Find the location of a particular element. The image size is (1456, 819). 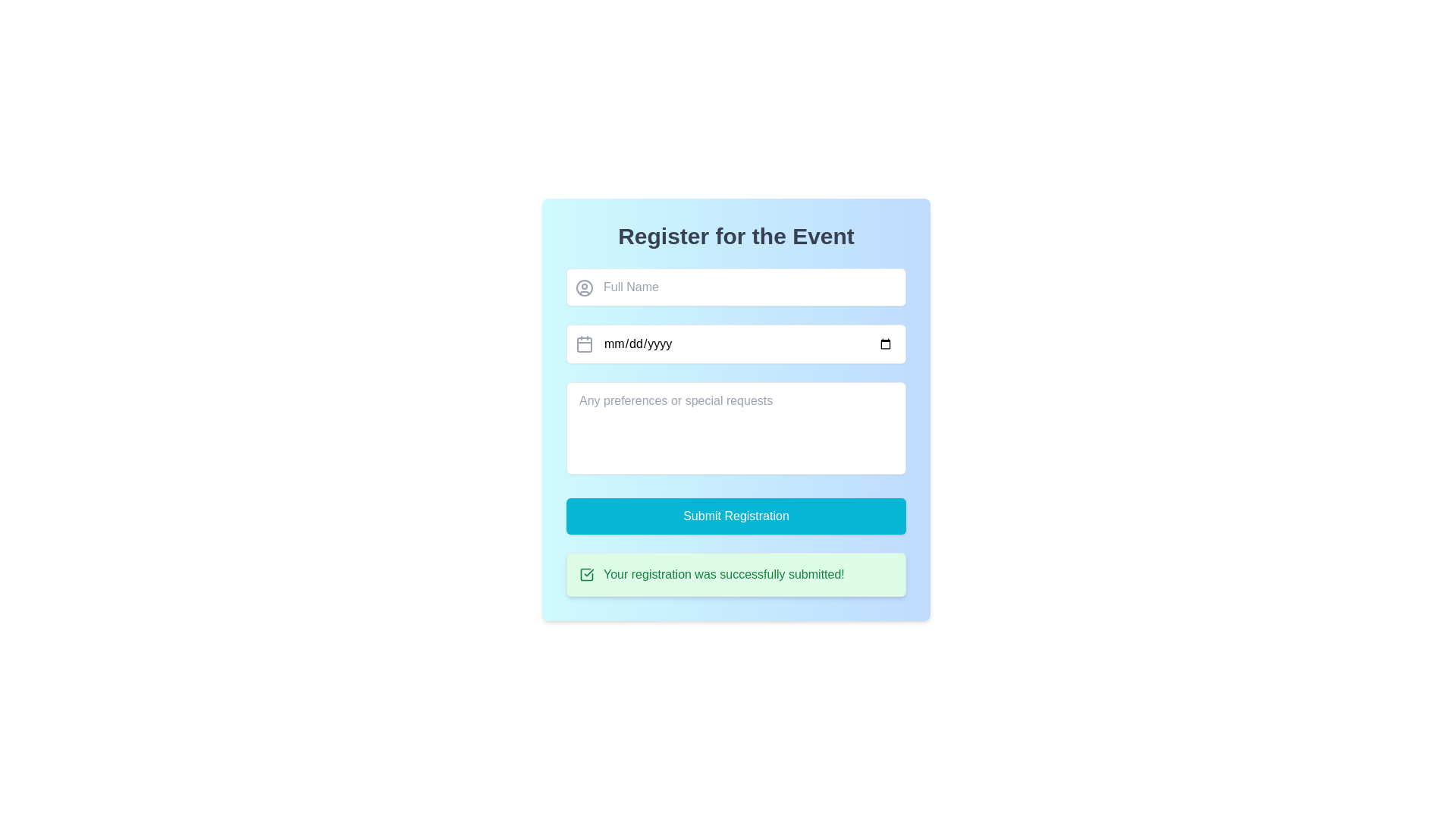

a date using the calendar dropdown in the Date Input Field located below the 'Full Name' input field is located at coordinates (736, 344).